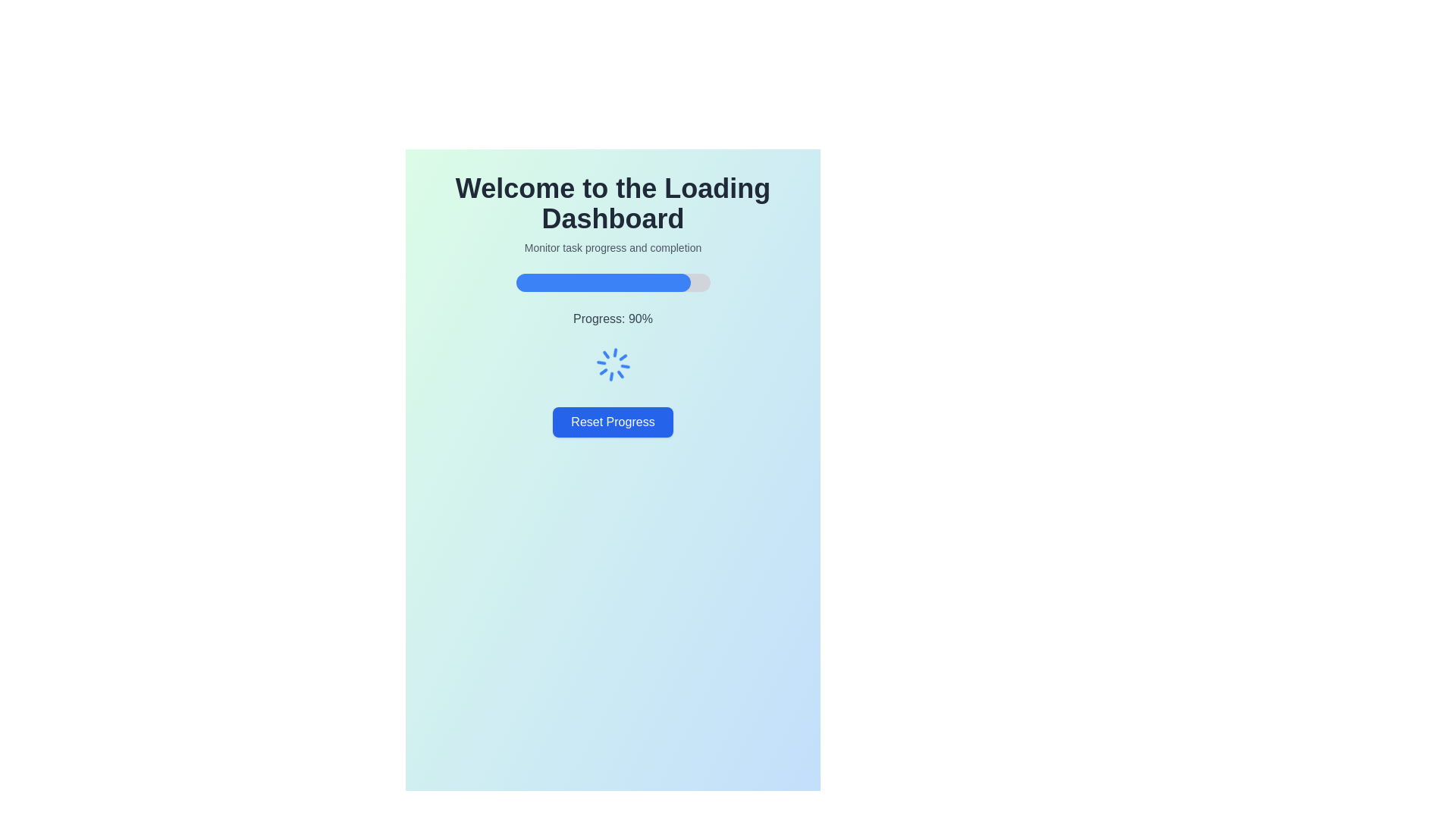  Describe the element at coordinates (613, 247) in the screenshot. I see `the Text label that provides instructions about monitoring task progress and completion, located directly below the main title 'Welcome to the Loading Dashboard'` at that location.